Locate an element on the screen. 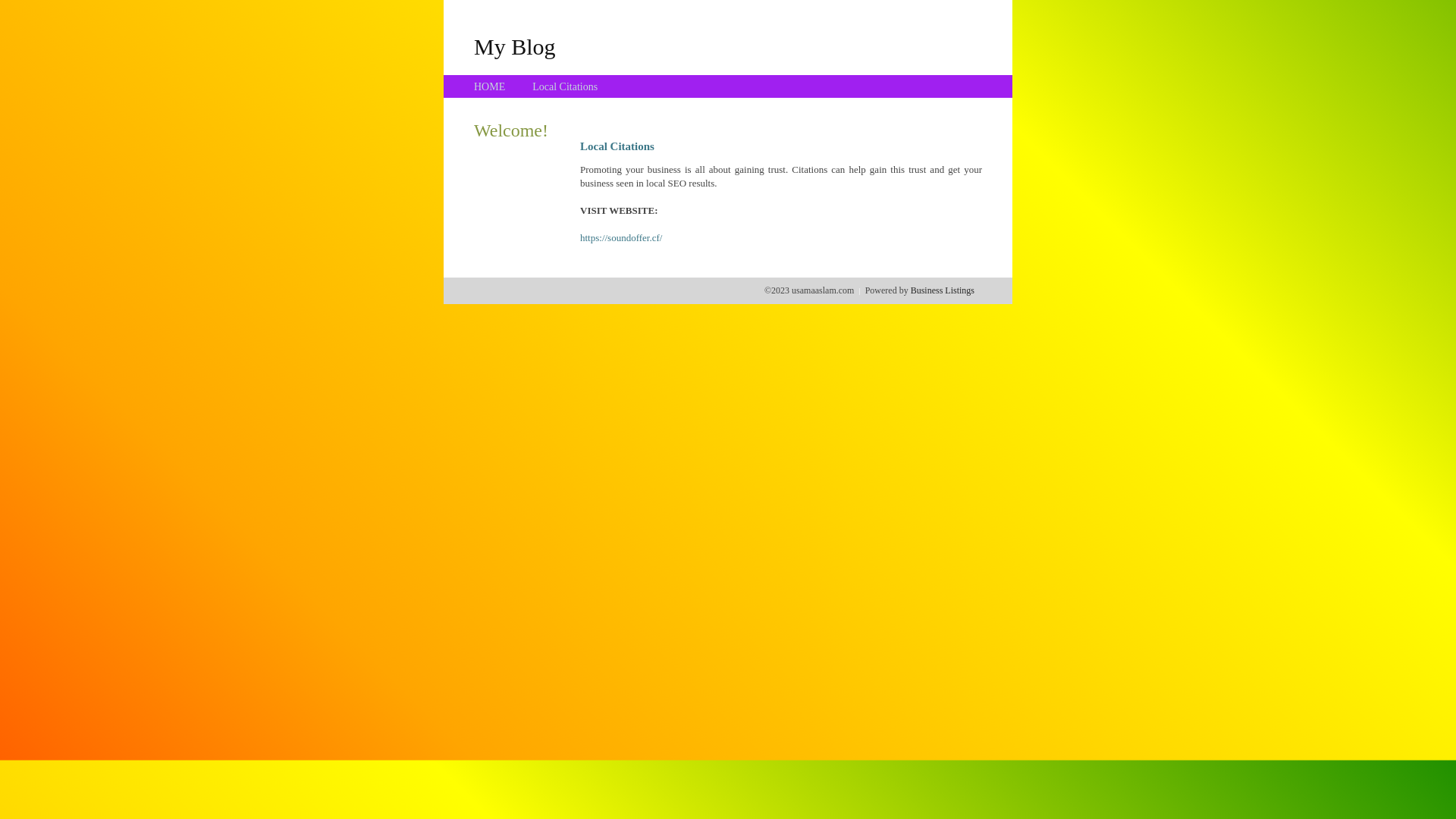 This screenshot has height=819, width=1456. 'https://soundoffer.cf/' is located at coordinates (621, 237).